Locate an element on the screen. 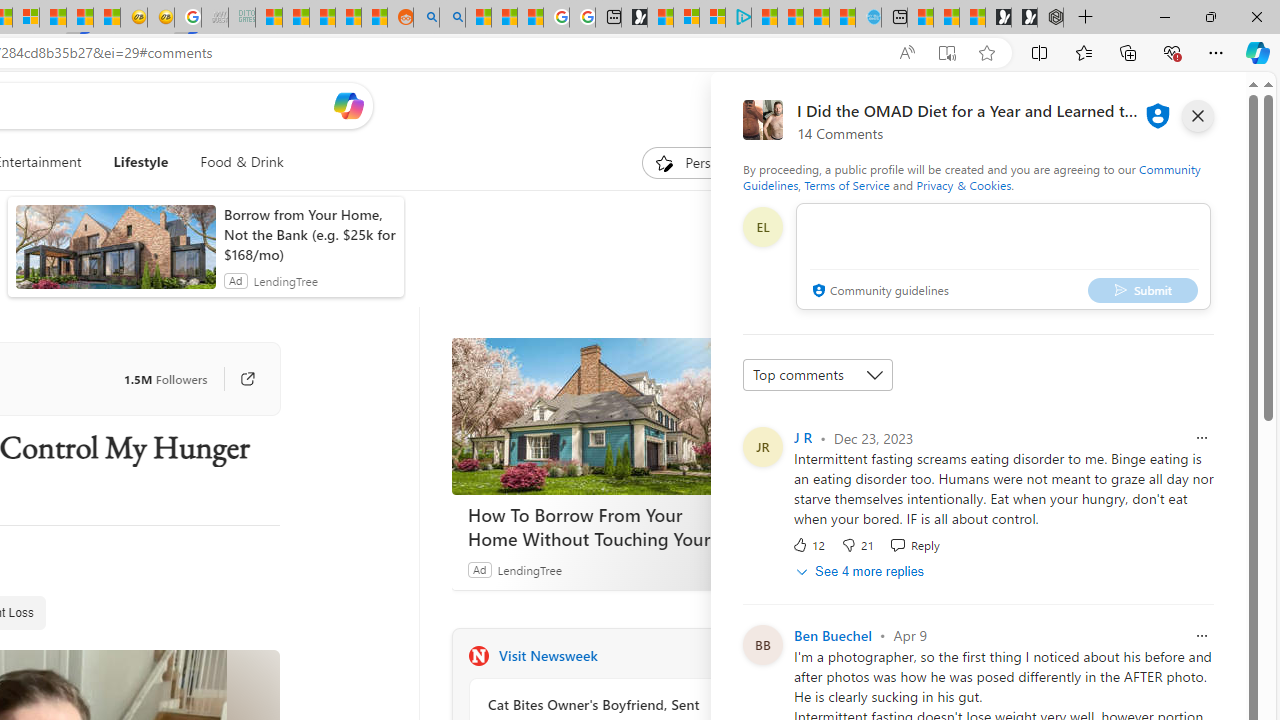 The image size is (1280, 720). 'Reply Reply Comment' is located at coordinates (913, 545).